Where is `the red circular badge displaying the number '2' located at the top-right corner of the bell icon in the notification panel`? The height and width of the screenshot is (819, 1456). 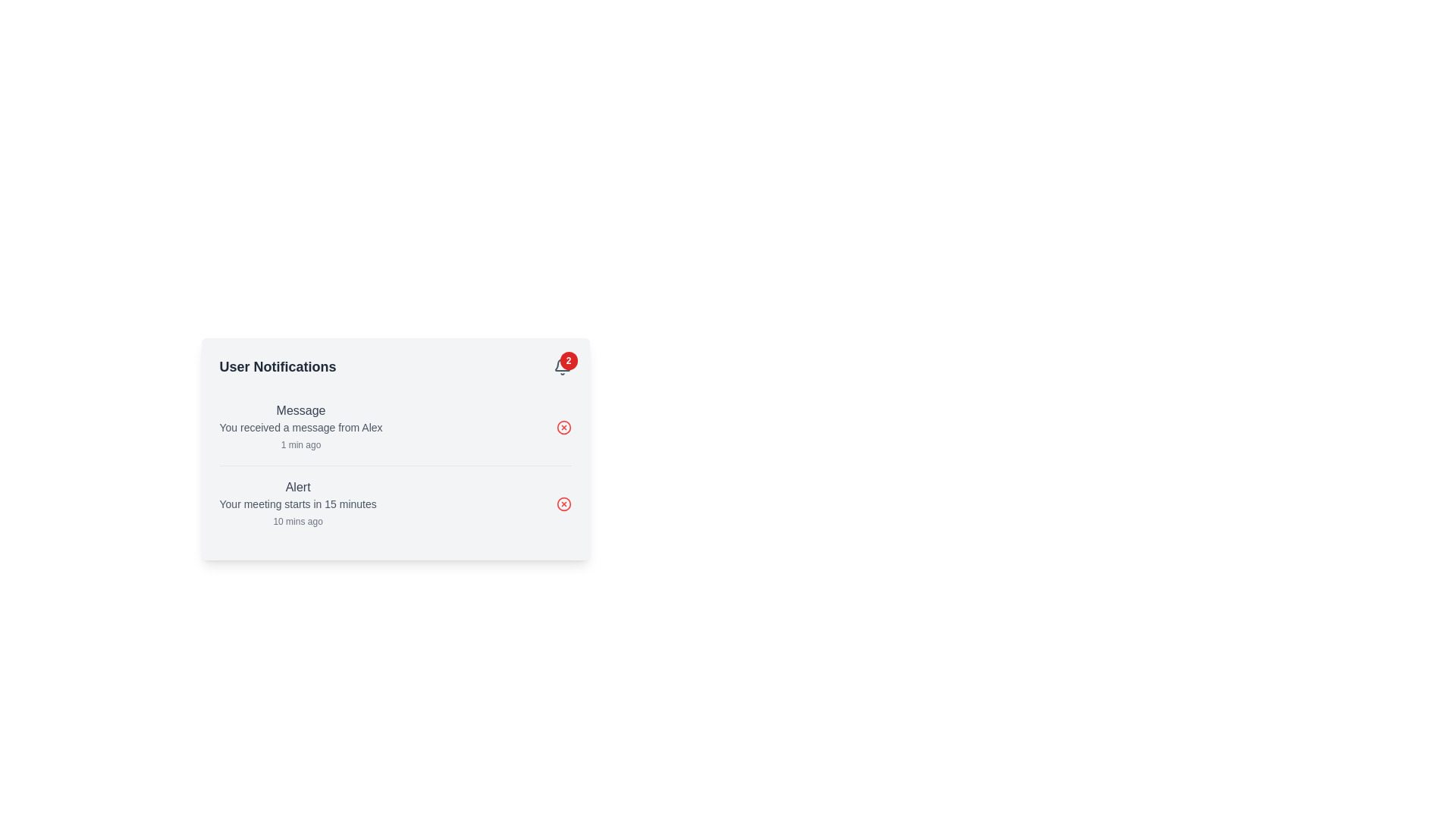 the red circular badge displaying the number '2' located at the top-right corner of the bell icon in the notification panel is located at coordinates (568, 360).